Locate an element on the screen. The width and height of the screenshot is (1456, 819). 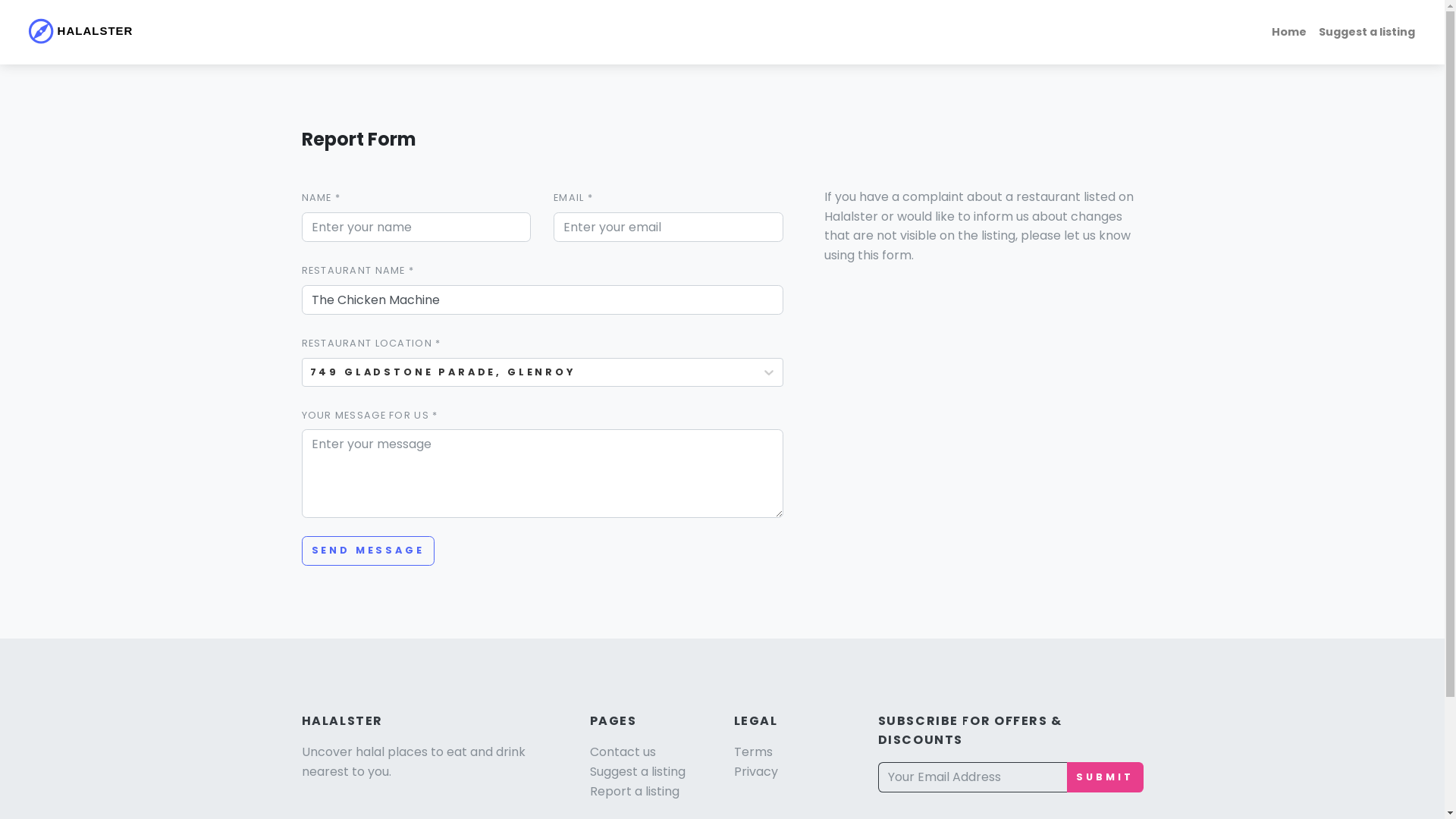
'SEND MESSAGE' is located at coordinates (368, 551).